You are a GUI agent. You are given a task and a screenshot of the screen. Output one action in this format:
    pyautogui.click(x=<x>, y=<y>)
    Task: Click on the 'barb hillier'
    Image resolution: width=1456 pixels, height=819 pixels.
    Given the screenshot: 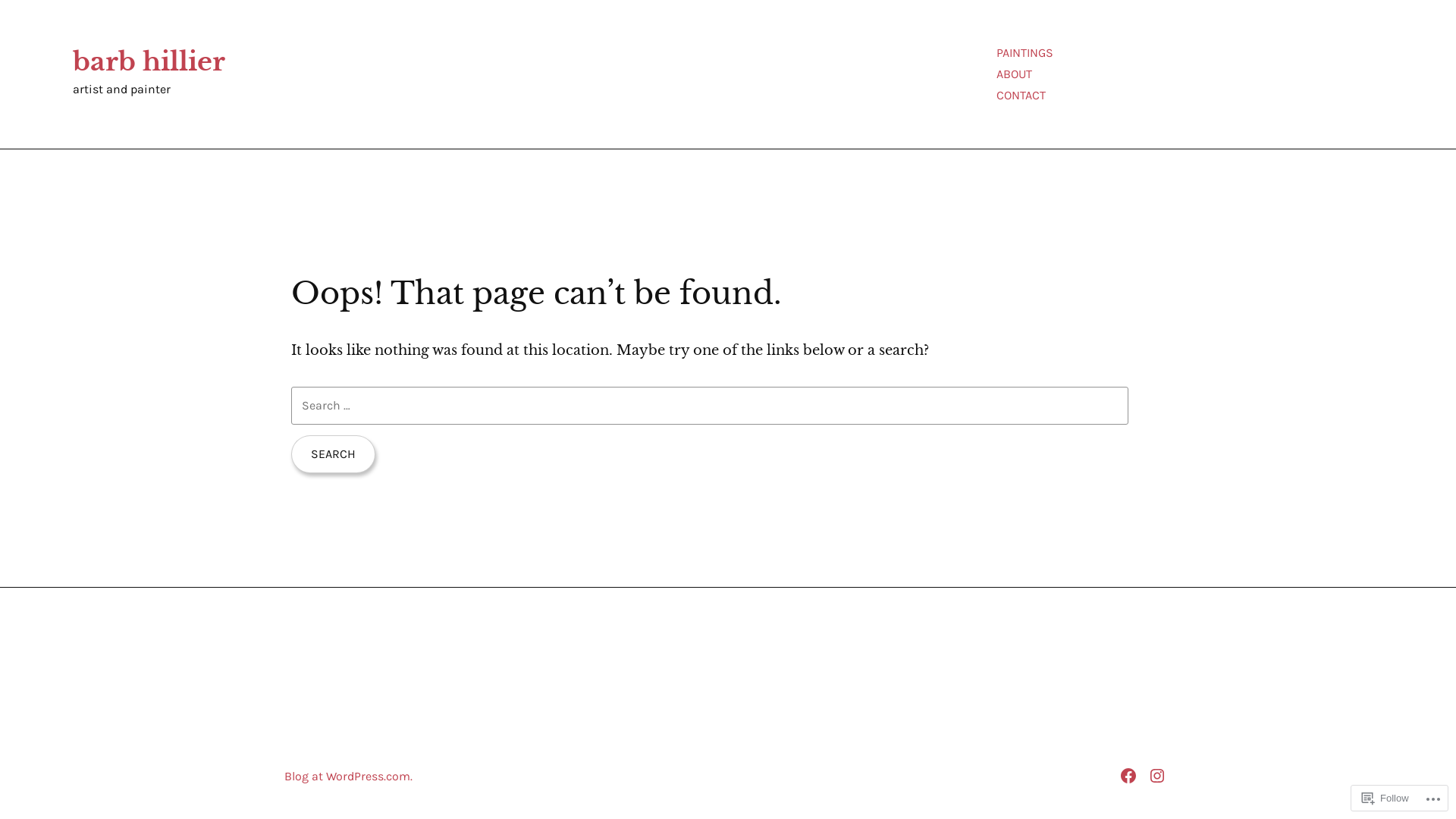 What is the action you would take?
    pyautogui.click(x=72, y=61)
    